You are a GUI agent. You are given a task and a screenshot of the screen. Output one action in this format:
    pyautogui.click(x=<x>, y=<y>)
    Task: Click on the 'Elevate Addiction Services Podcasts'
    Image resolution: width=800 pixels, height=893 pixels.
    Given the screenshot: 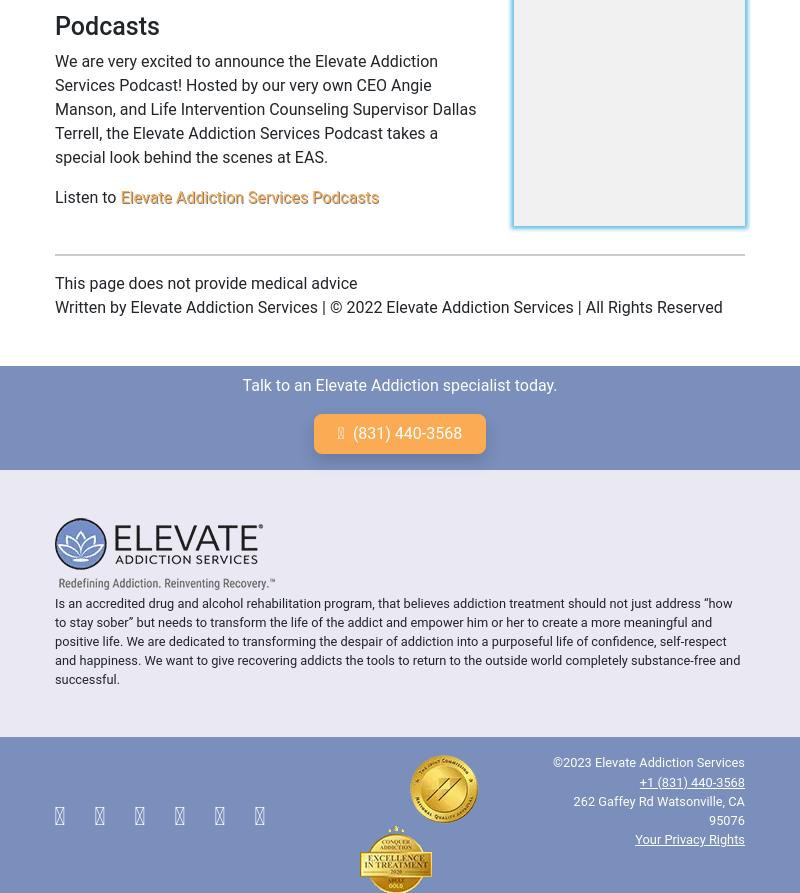 What is the action you would take?
    pyautogui.click(x=247, y=195)
    